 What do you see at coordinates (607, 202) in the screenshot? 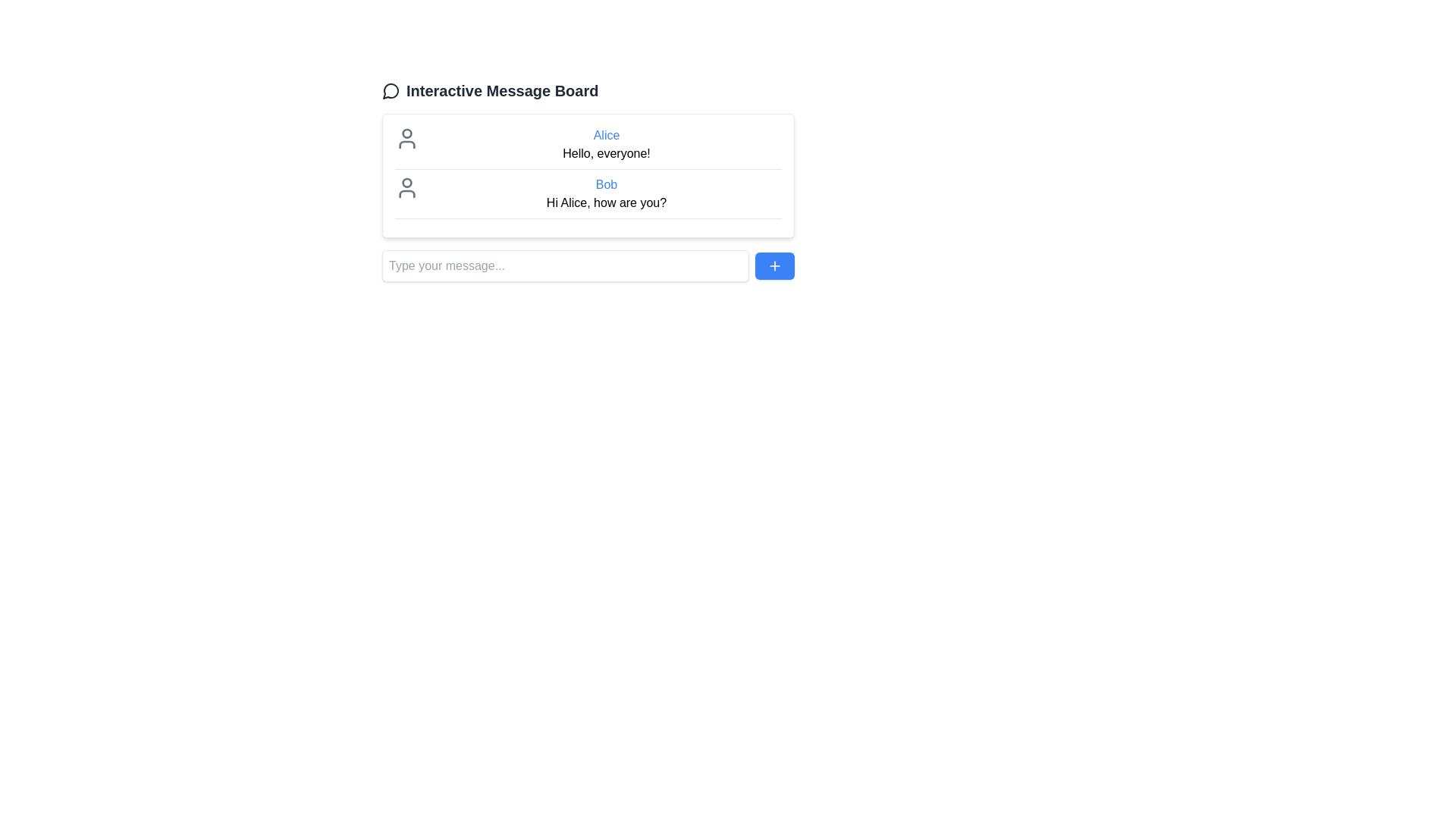
I see `the text display element that shows a message in the chat application, positioned below the username 'Bob', horizontally centered and vertically aligned in the middle of the chat interface` at bounding box center [607, 202].